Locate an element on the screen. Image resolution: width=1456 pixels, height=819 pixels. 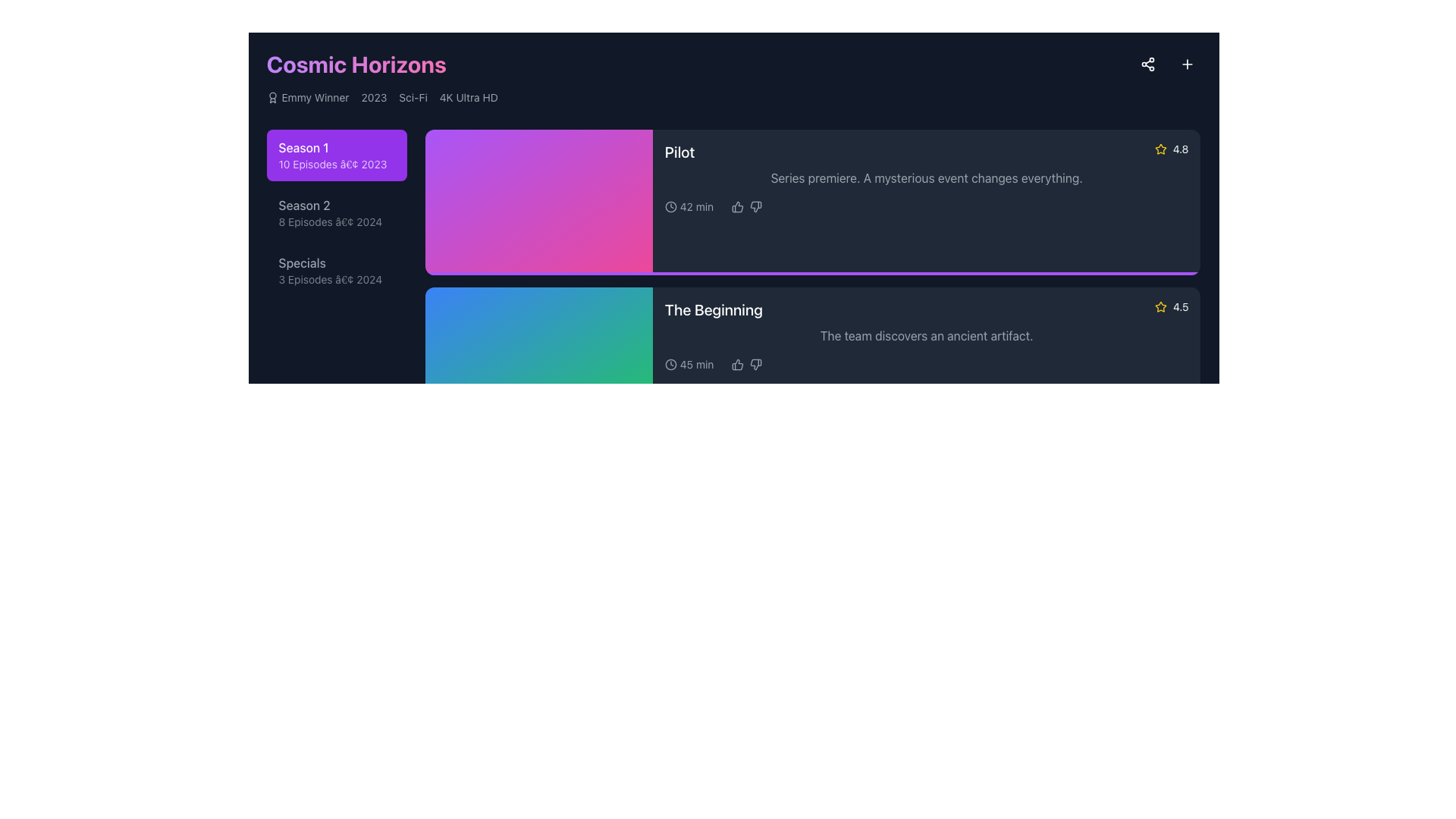
the thumbs-up icon in the interactive like/dislike icon group located at the lower-right of the card for the episode 'The Beginning' is located at coordinates (747, 365).